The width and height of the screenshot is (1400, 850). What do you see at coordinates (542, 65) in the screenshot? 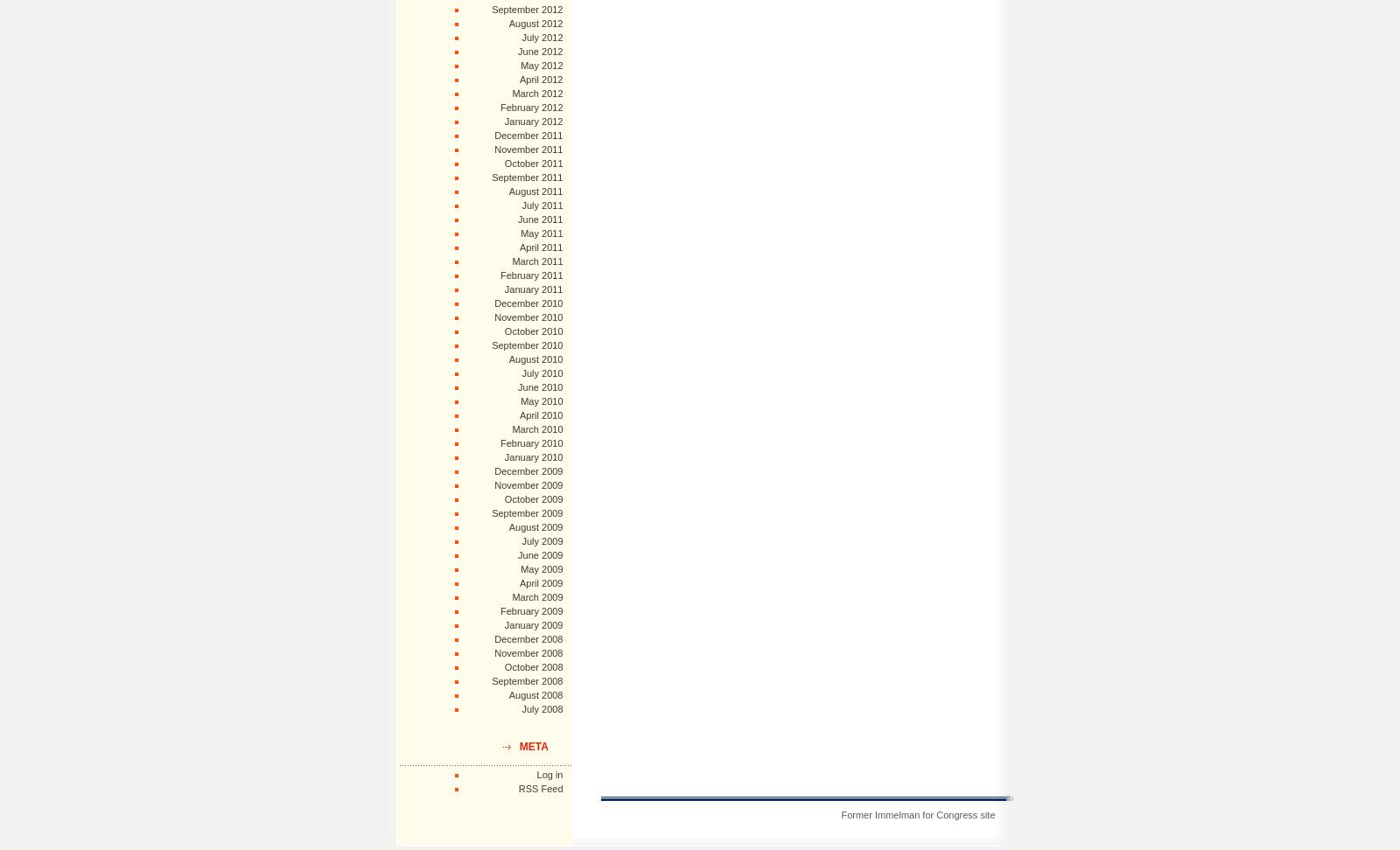
I see `'May 2012'` at bounding box center [542, 65].